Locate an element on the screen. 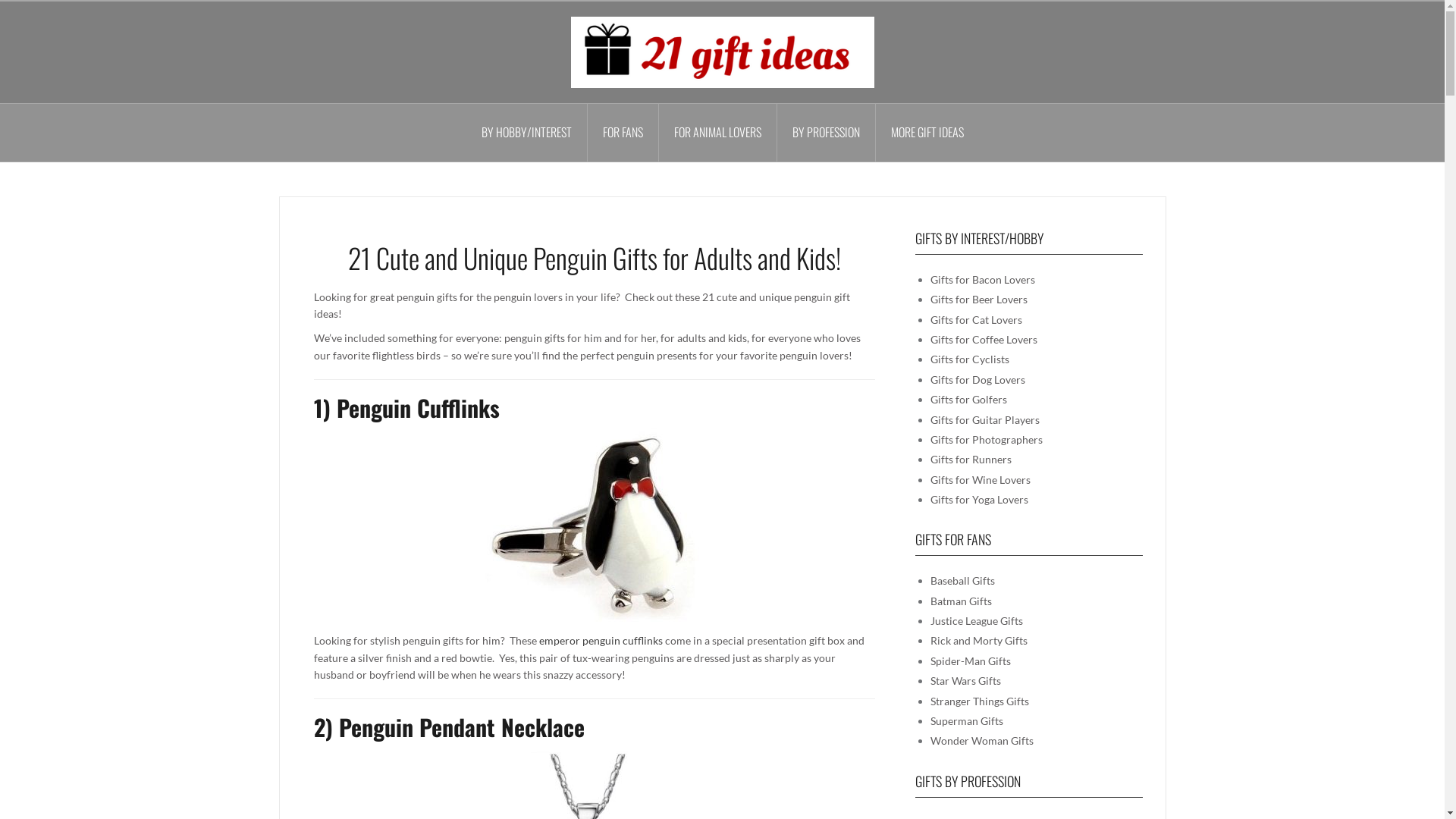  'Star Wars Gifts' is located at coordinates (964, 679).